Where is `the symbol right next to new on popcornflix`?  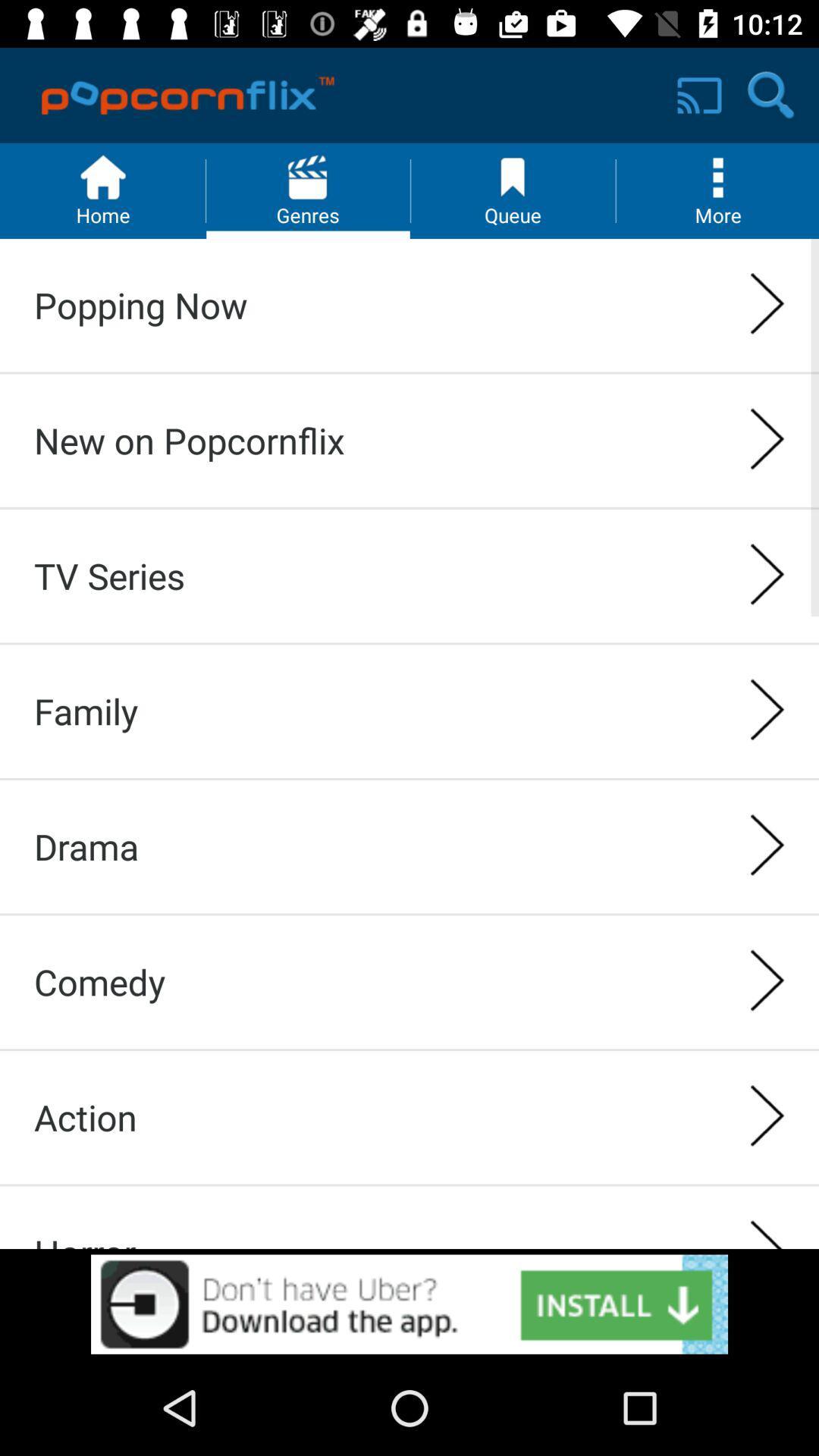
the symbol right next to new on popcornflix is located at coordinates (767, 440).